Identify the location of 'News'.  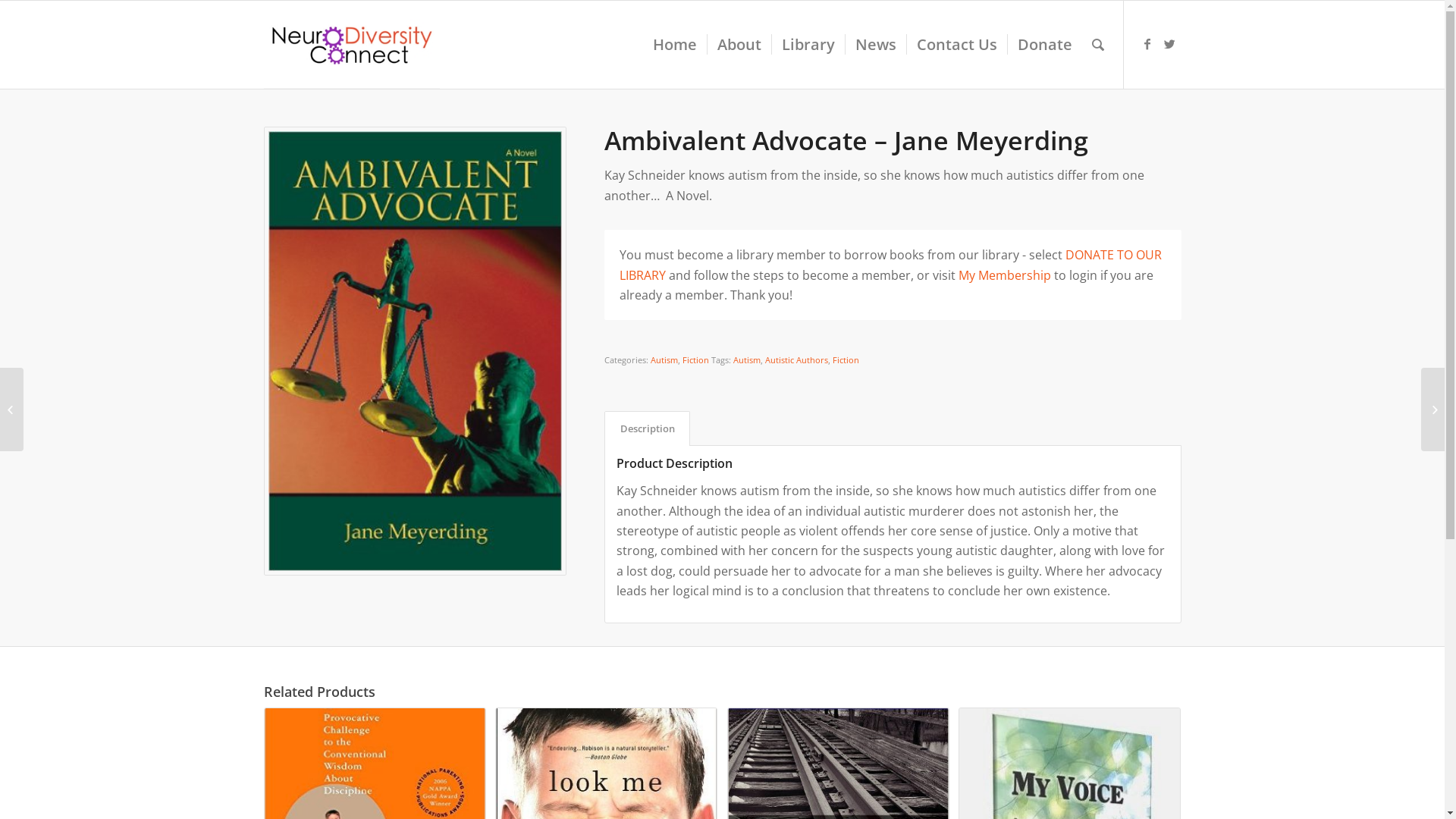
(875, 43).